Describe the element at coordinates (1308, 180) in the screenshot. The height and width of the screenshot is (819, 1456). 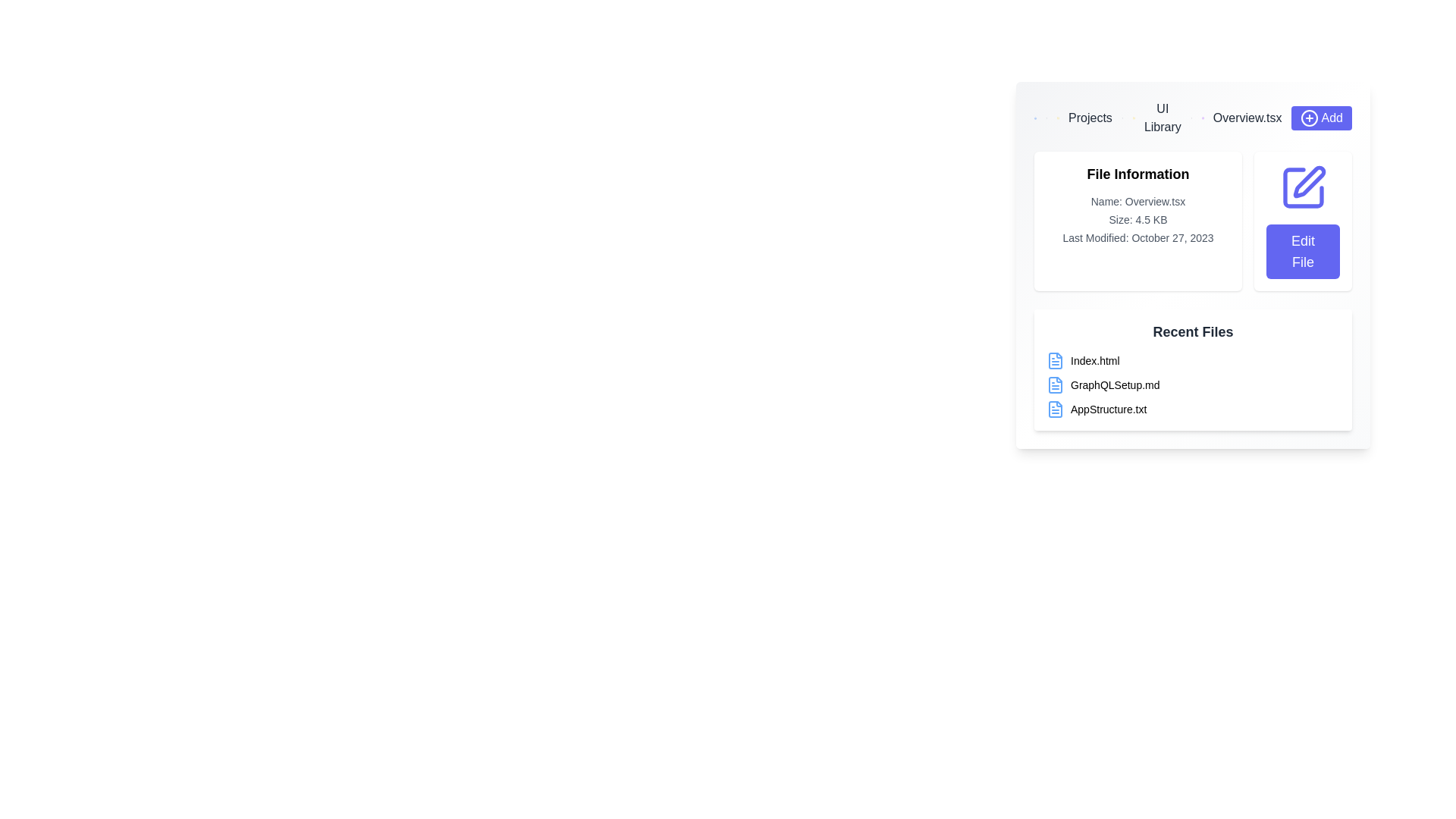
I see `the edit icon located in the top right section of the UI, next to the 'Edit File' button, which visually represents a pen icon for modifying related content` at that location.